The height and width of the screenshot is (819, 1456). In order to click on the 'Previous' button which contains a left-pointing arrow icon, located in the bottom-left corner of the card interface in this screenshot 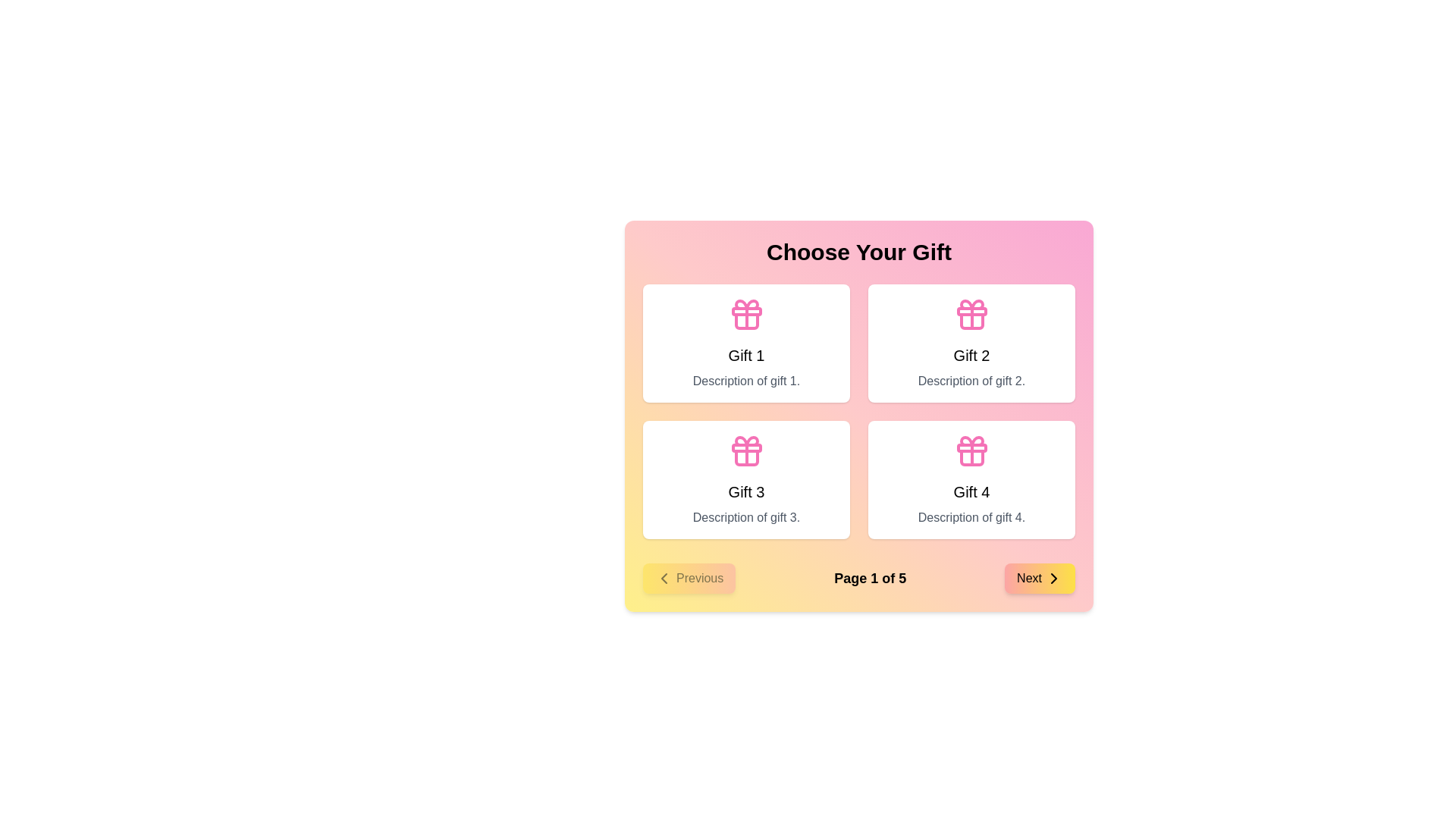, I will do `click(664, 579)`.